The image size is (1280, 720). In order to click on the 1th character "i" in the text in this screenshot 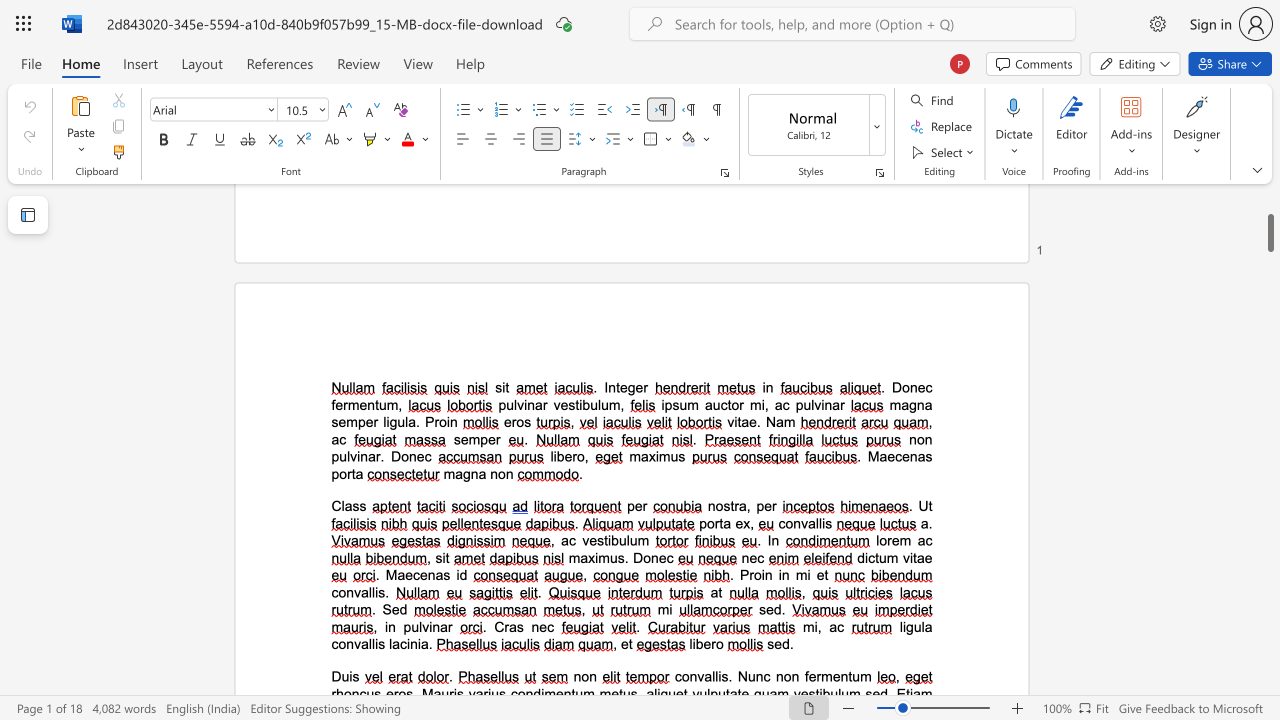, I will do `click(376, 591)`.